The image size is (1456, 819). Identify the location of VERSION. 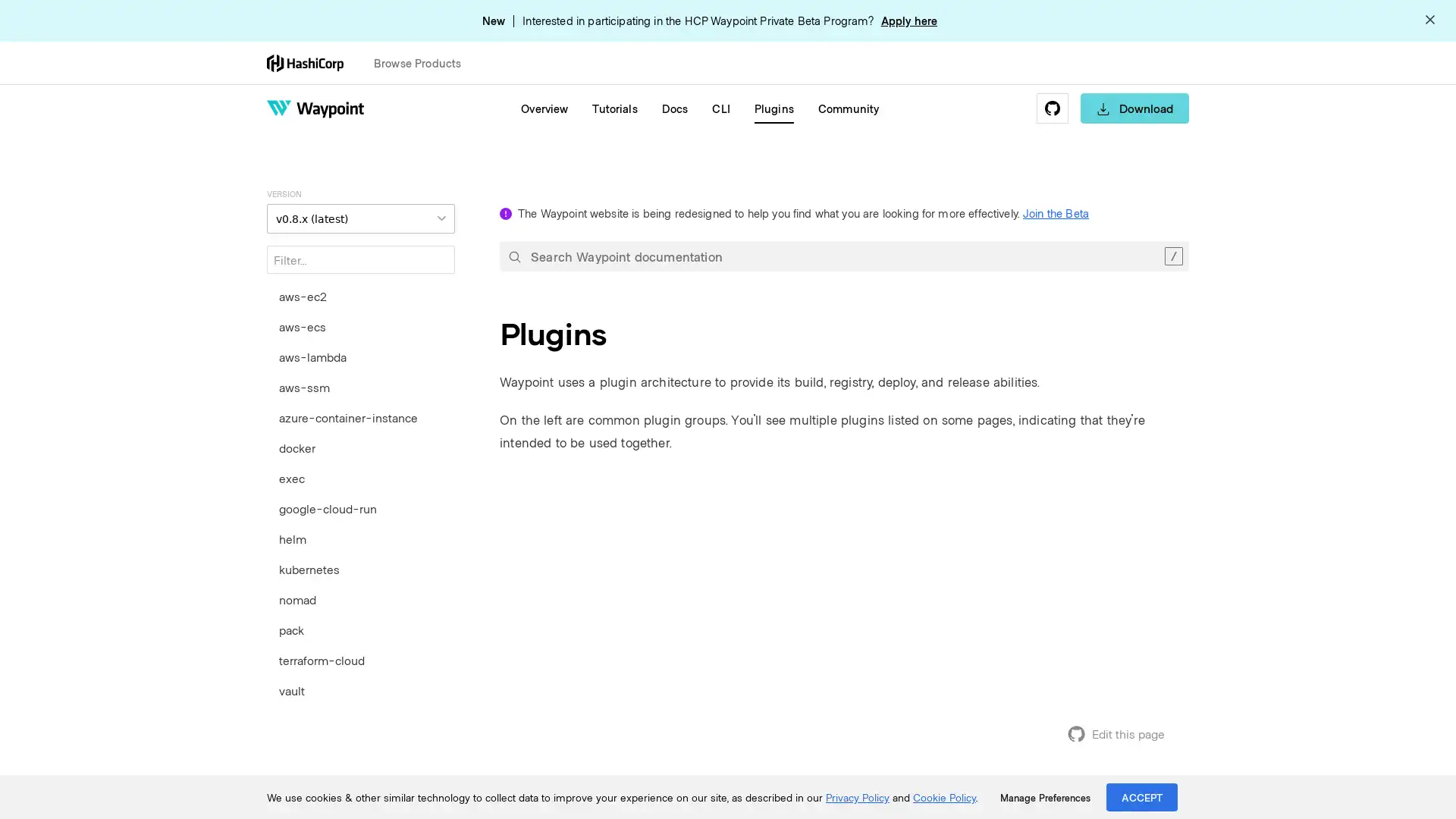
(359, 218).